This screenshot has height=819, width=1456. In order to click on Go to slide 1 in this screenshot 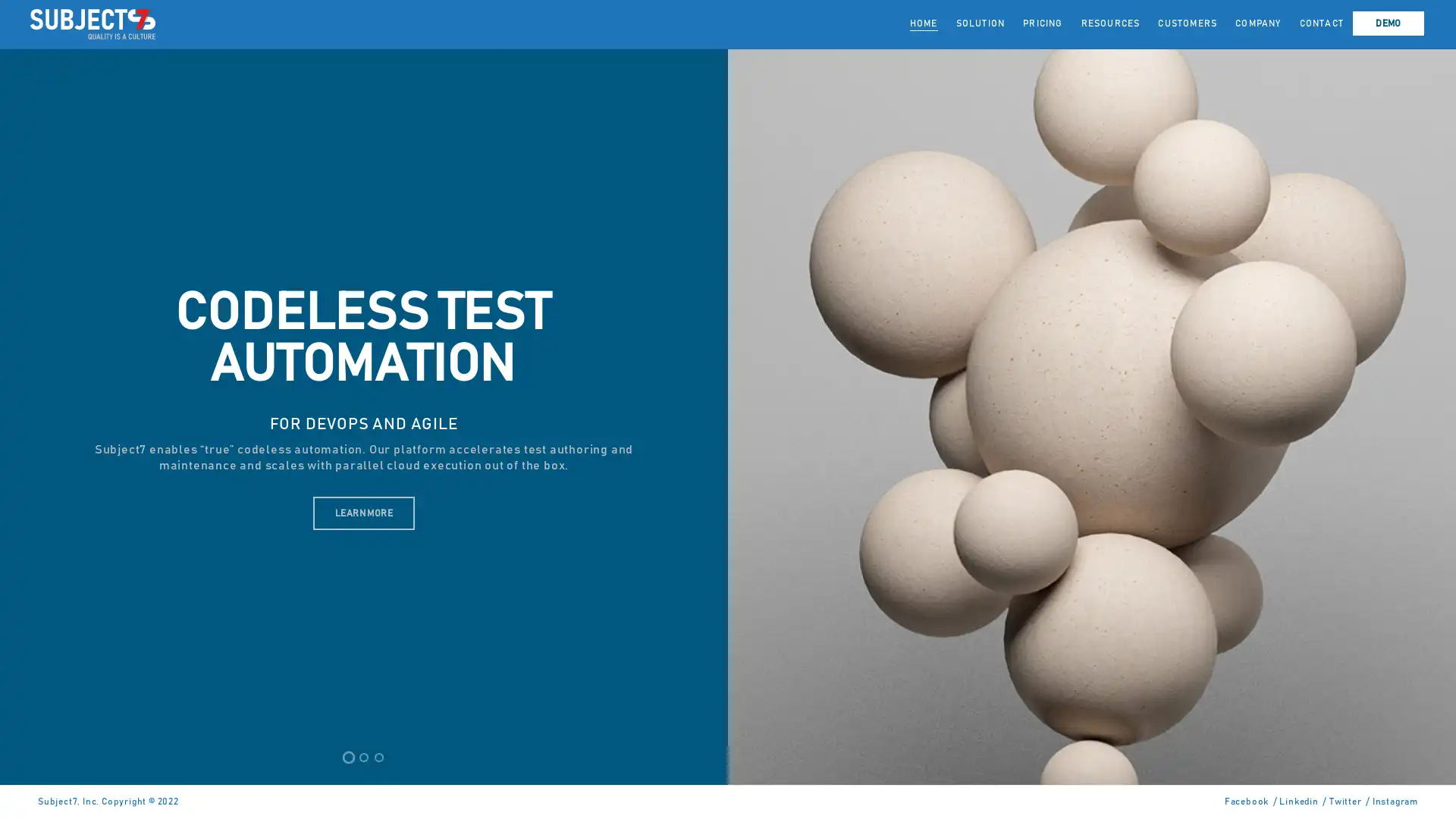, I will do `click(348, 748)`.